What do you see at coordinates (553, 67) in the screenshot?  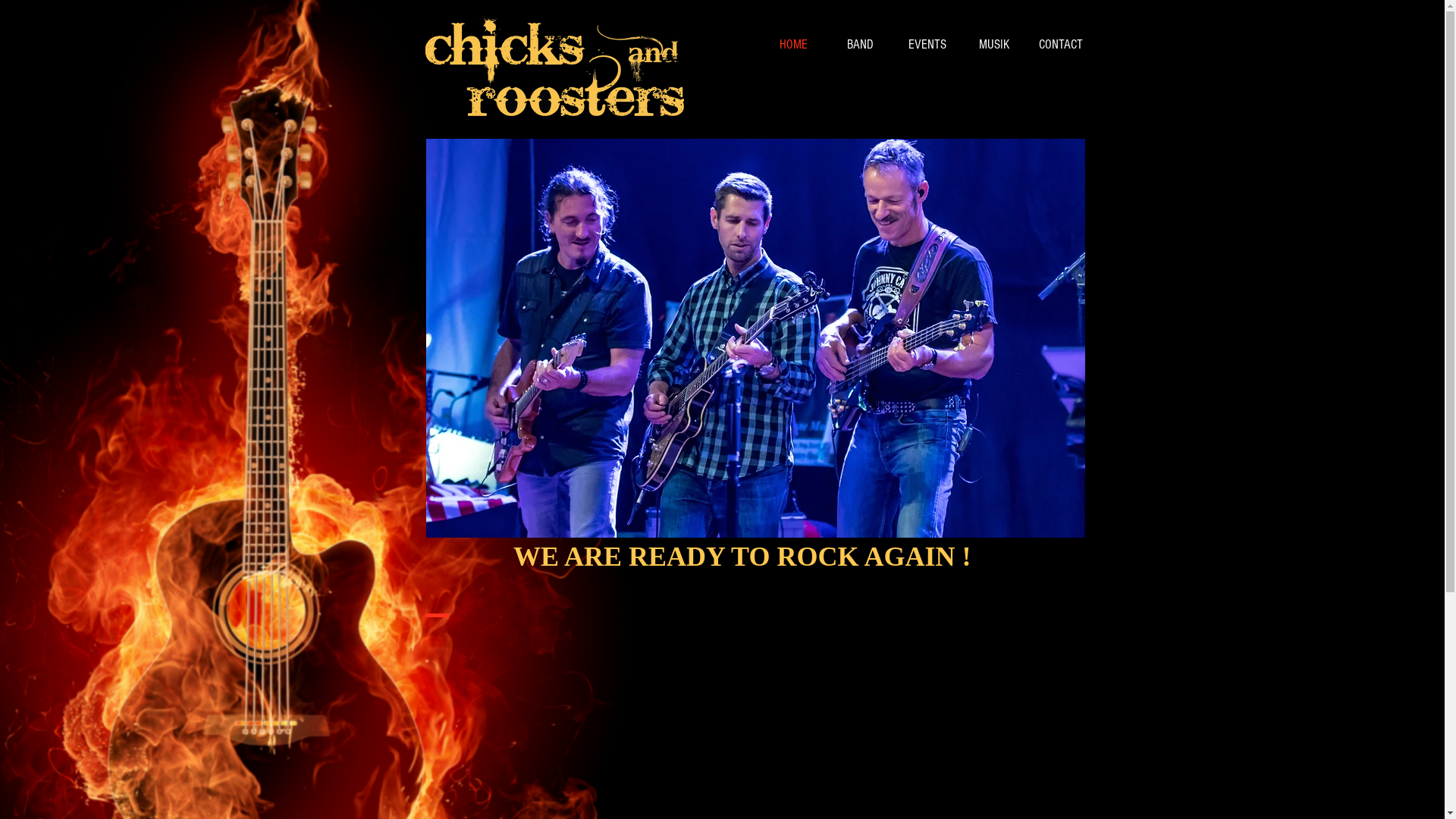 I see `'logo.png'` at bounding box center [553, 67].